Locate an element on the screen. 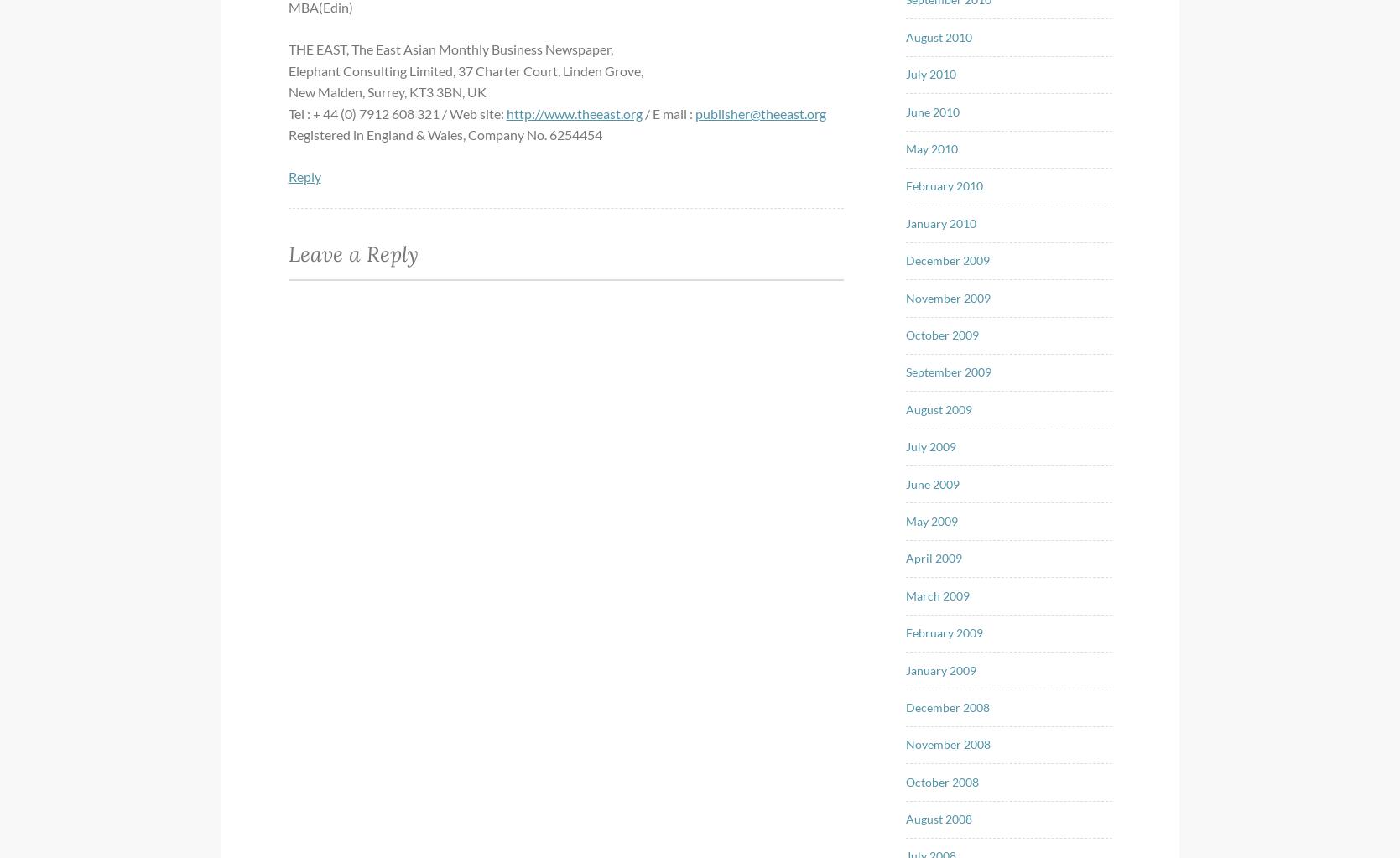 The image size is (1400, 858). '/ E mail :' is located at coordinates (668, 112).